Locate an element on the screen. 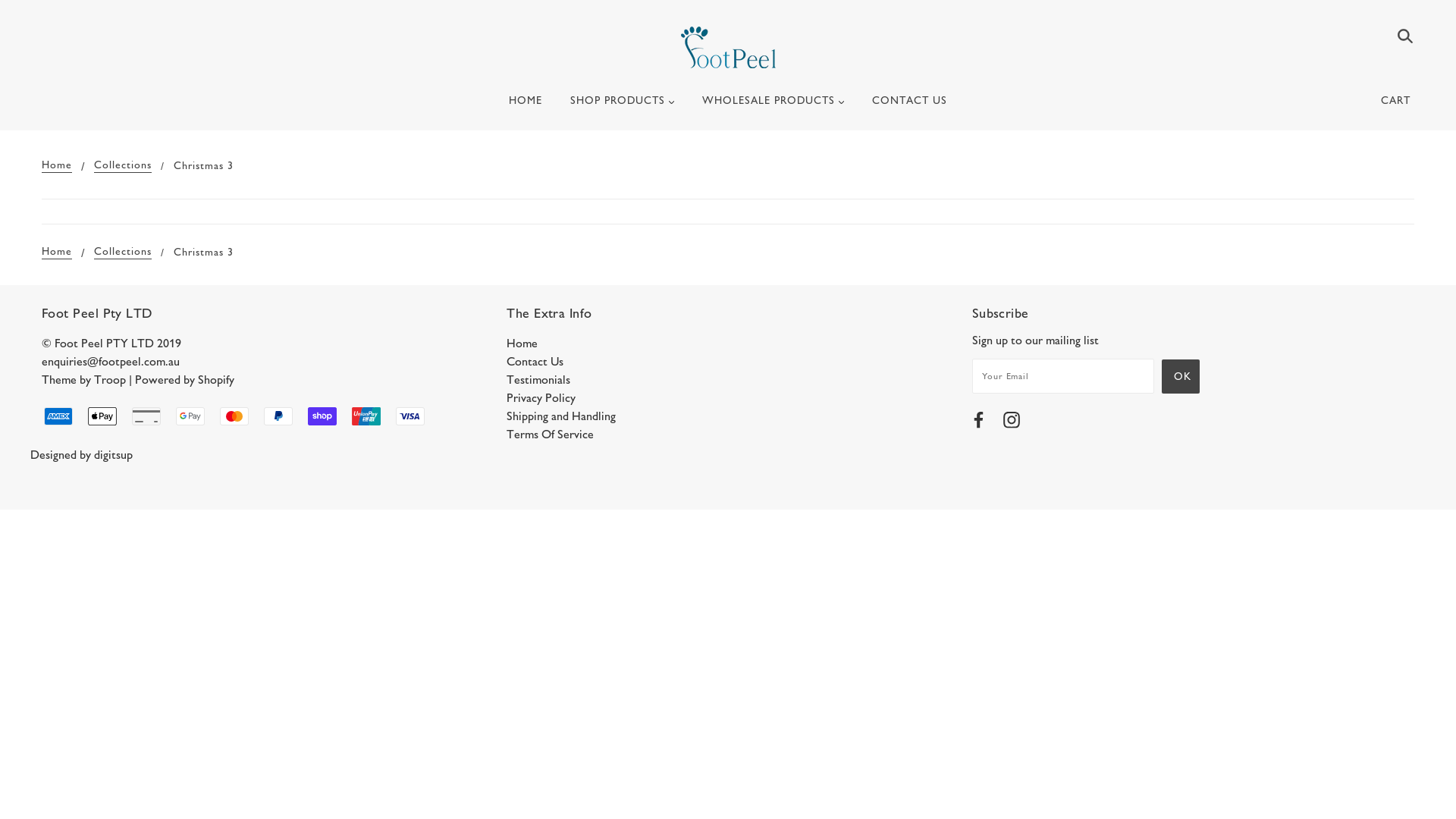 This screenshot has width=1456, height=819. 'Testimonials' is located at coordinates (538, 378).